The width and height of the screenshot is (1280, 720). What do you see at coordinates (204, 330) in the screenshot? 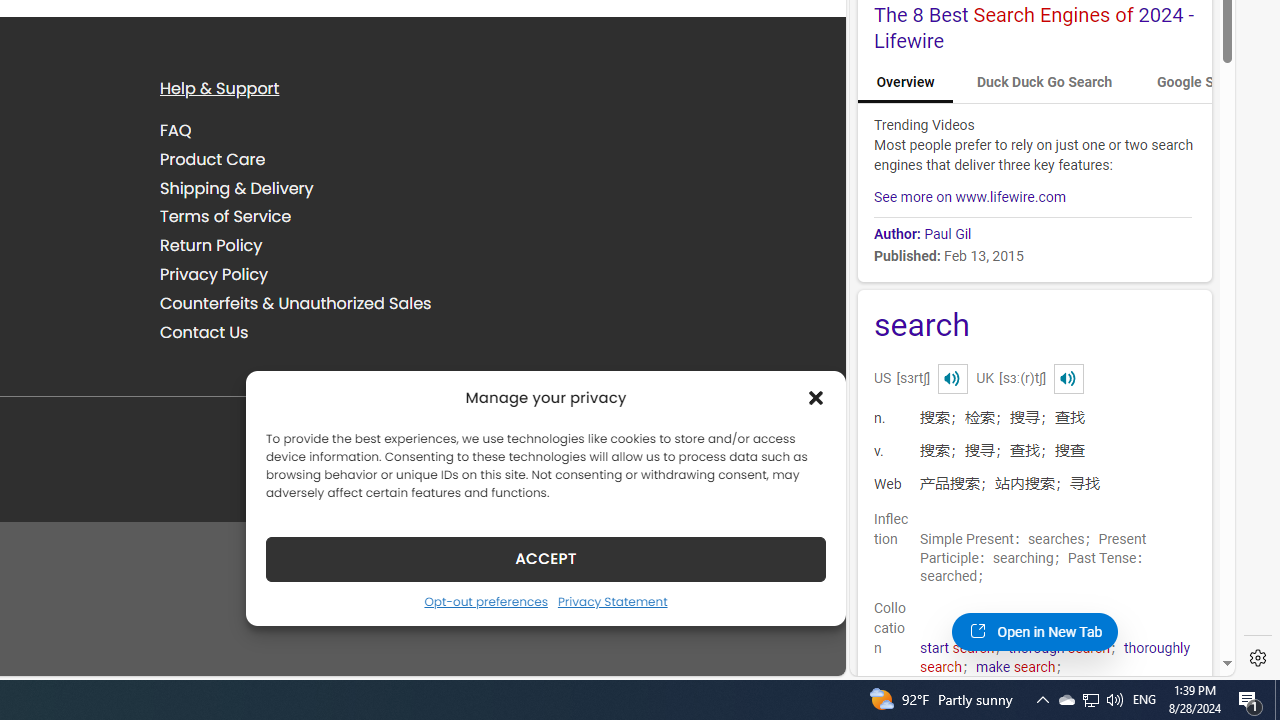
I see `'Contact Us'` at bounding box center [204, 330].